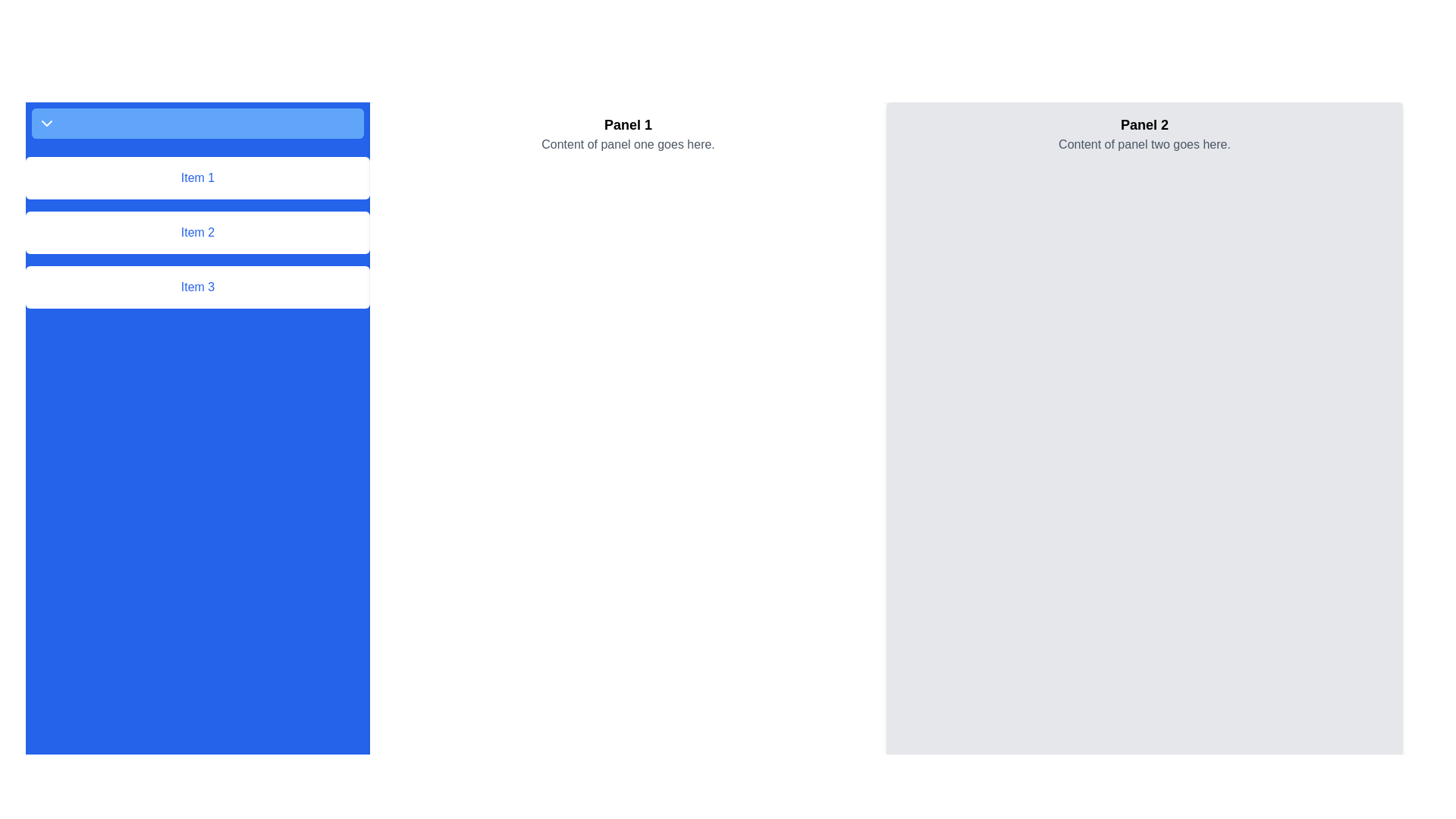  What do you see at coordinates (196, 177) in the screenshot?
I see `the first Text-display list item with a white background and the text 'Item 1' in blue, located under the blue dropdown area in the left vertical panel` at bounding box center [196, 177].